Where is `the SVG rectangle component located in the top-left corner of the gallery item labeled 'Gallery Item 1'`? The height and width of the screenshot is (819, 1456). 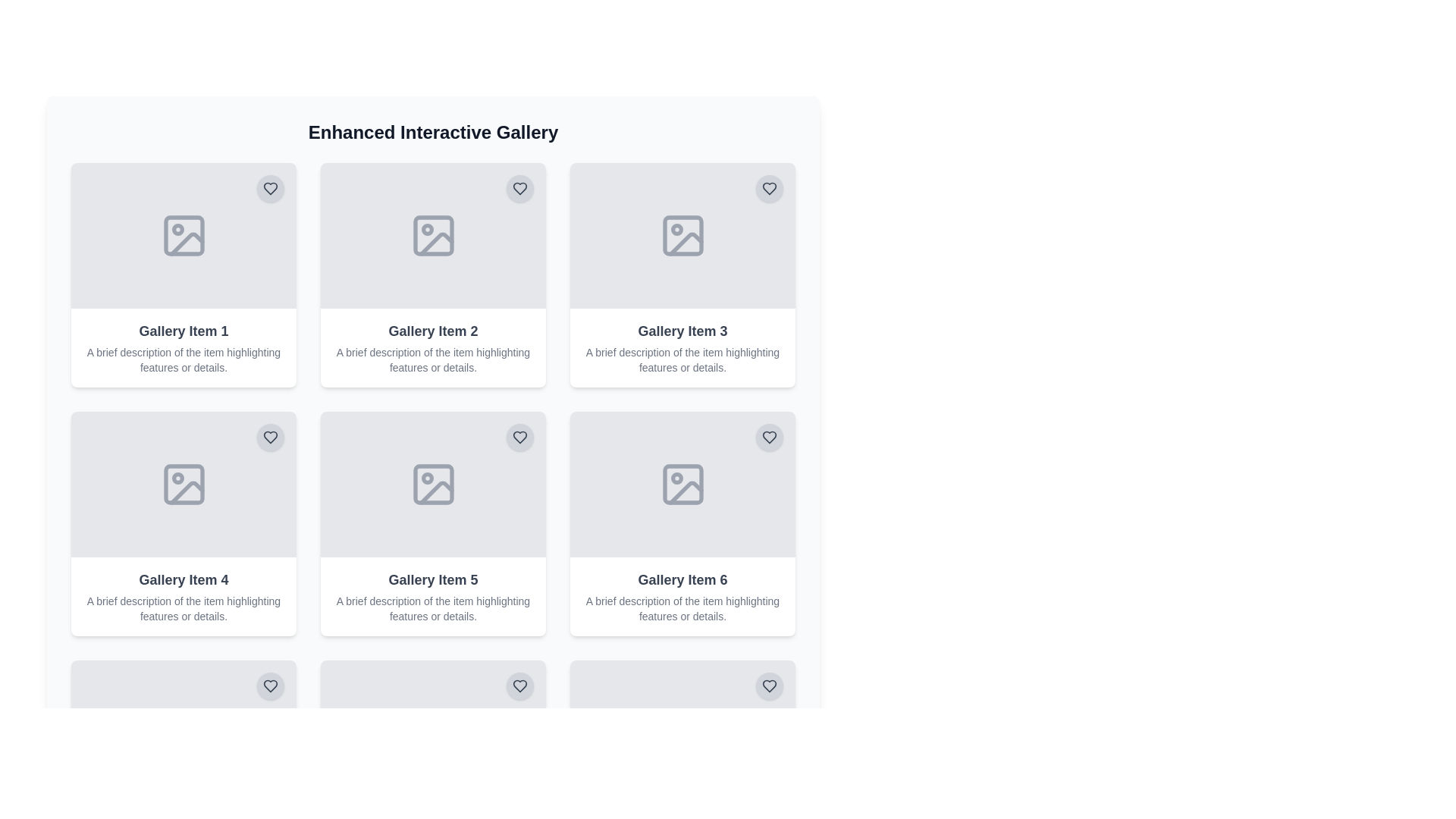 the SVG rectangle component located in the top-left corner of the gallery item labeled 'Gallery Item 1' is located at coordinates (183, 236).